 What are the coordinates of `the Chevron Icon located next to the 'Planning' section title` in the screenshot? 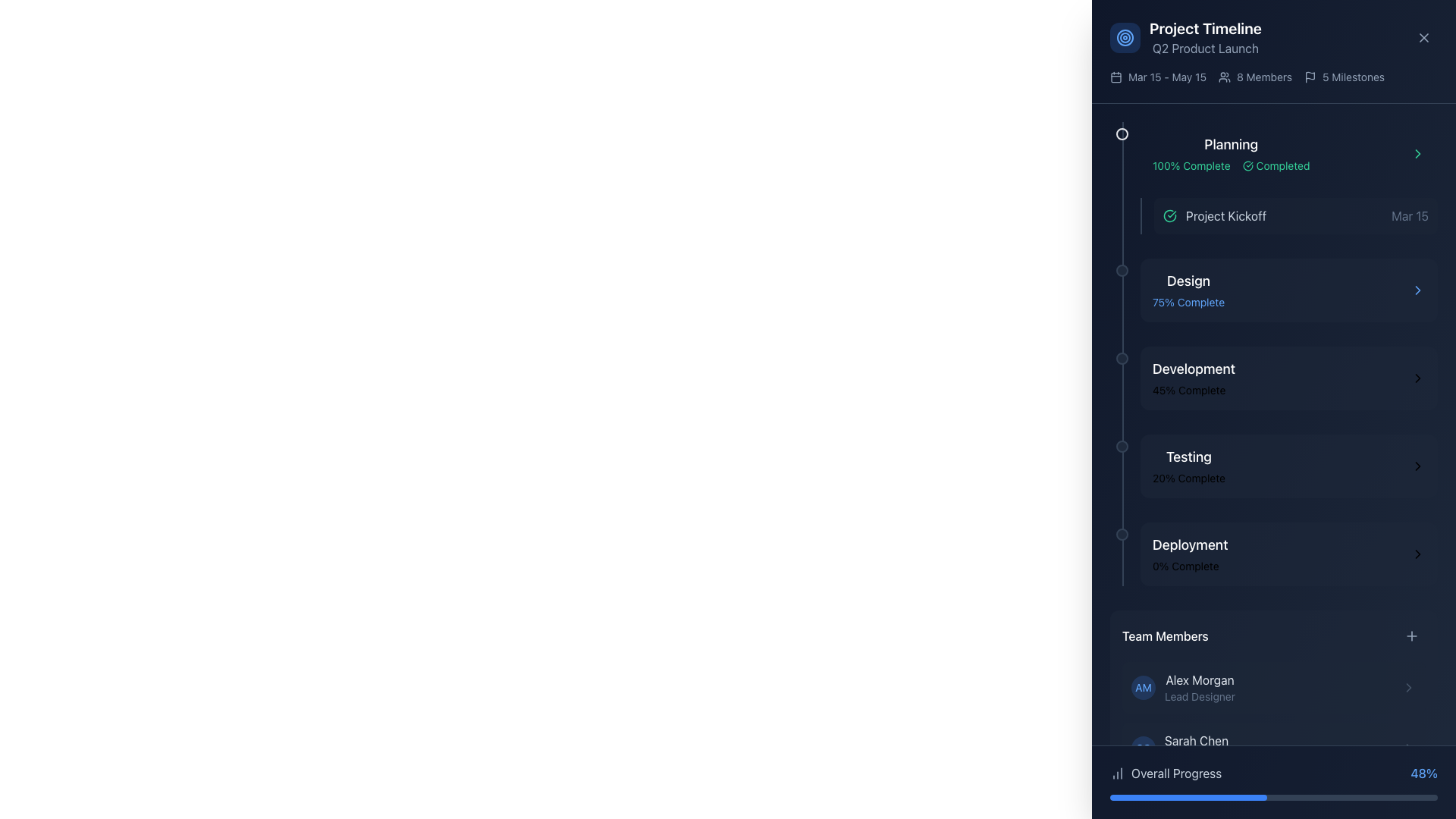 It's located at (1417, 154).